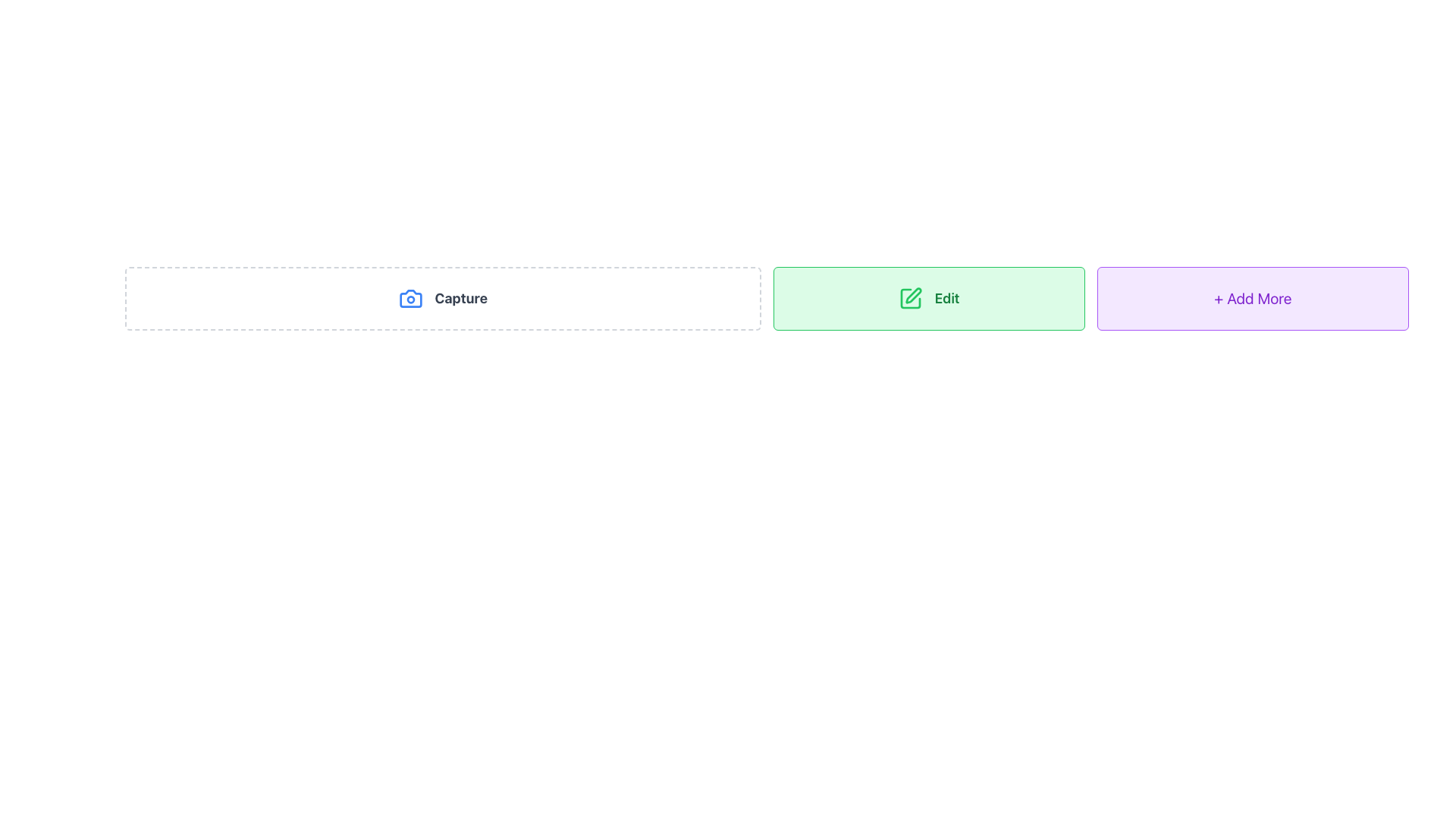  Describe the element at coordinates (1253, 298) in the screenshot. I see `the '+ Add More' button, which is the third and rightmost button in a horizontal group of three buttons, to trigger any hover effects` at that location.